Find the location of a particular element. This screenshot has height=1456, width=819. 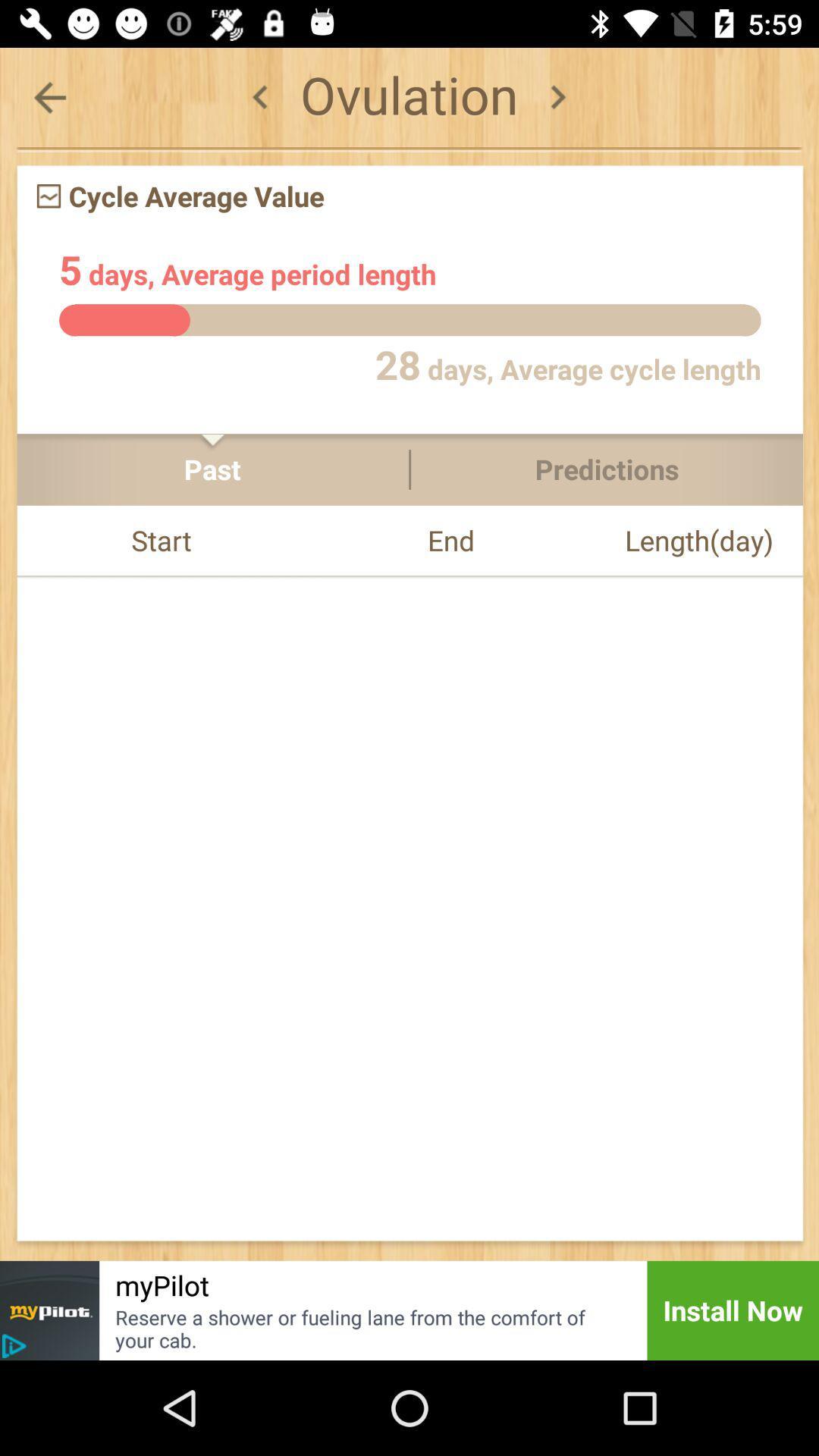

the play icon is located at coordinates (14, 1346).